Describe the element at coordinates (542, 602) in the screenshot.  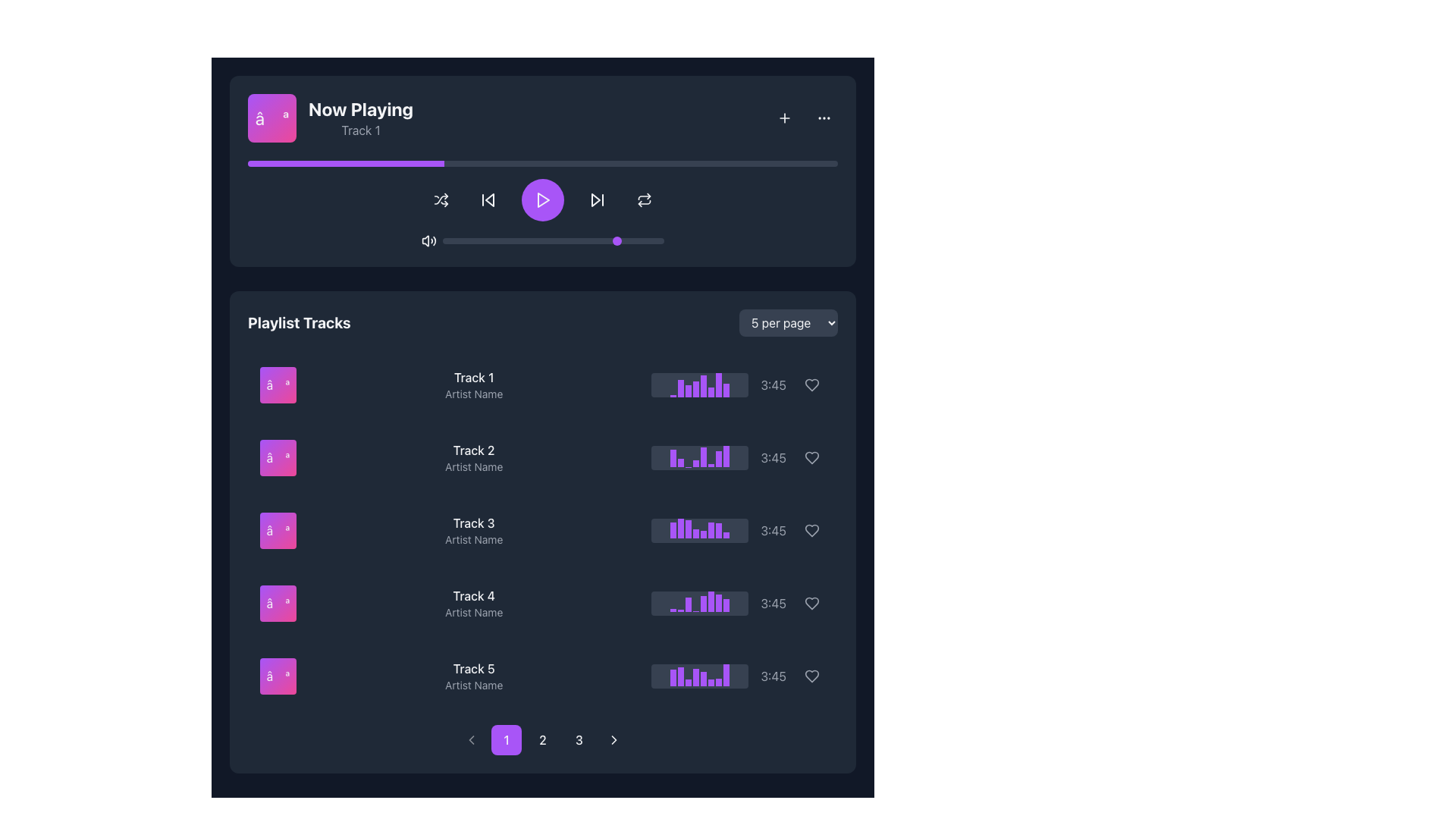
I see `the fourth row of the playlist component` at that location.